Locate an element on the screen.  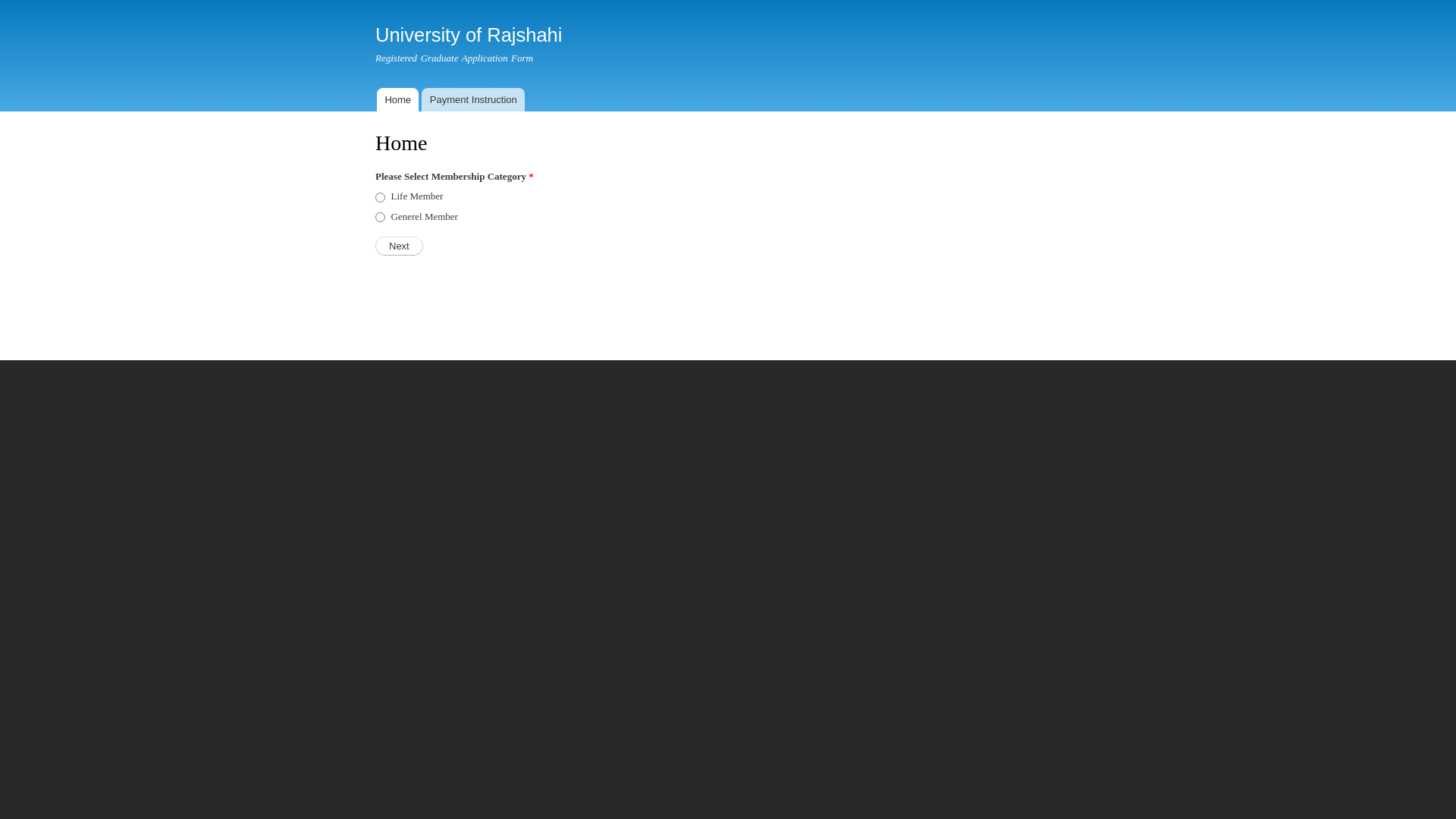
'Skip to main content' is located at coordinates (695, 2).